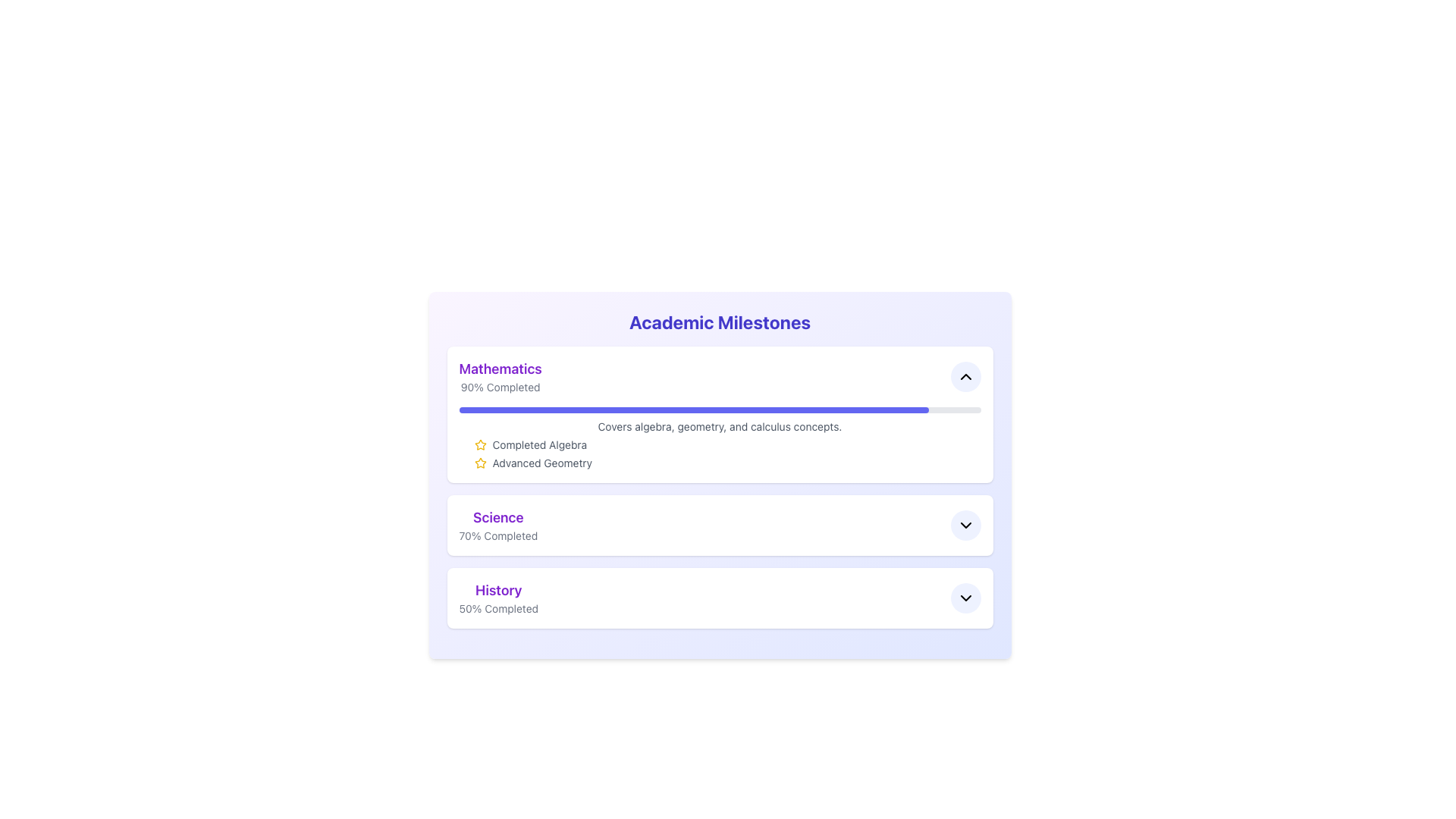 The height and width of the screenshot is (819, 1456). Describe the element at coordinates (965, 376) in the screenshot. I see `the circular button with a soft indigo background and a black chevron icon, located to the right of the 'Mathematics 90% Completed' text` at that location.